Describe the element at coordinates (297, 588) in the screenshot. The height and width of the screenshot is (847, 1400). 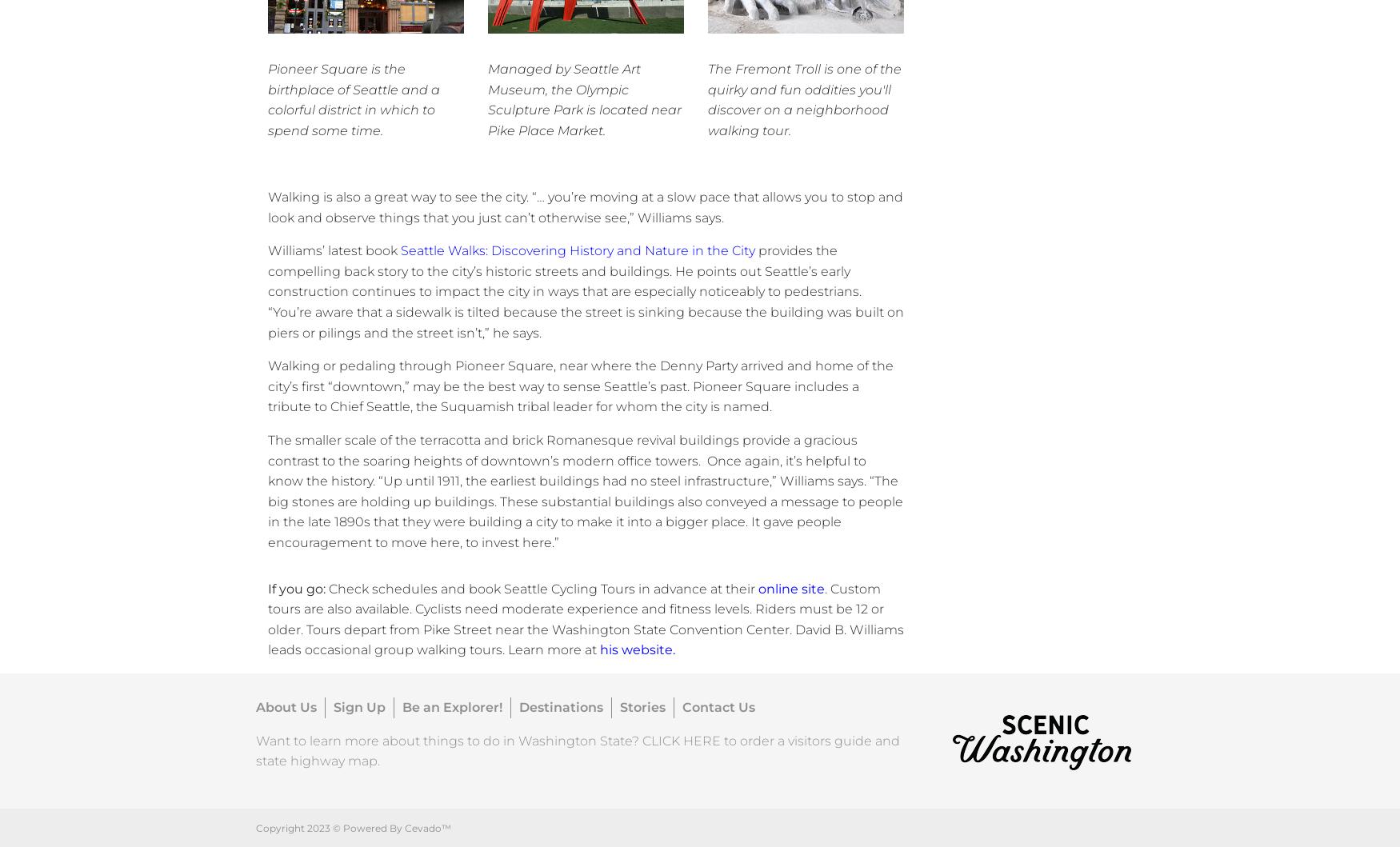
I see `'If you go:'` at that location.